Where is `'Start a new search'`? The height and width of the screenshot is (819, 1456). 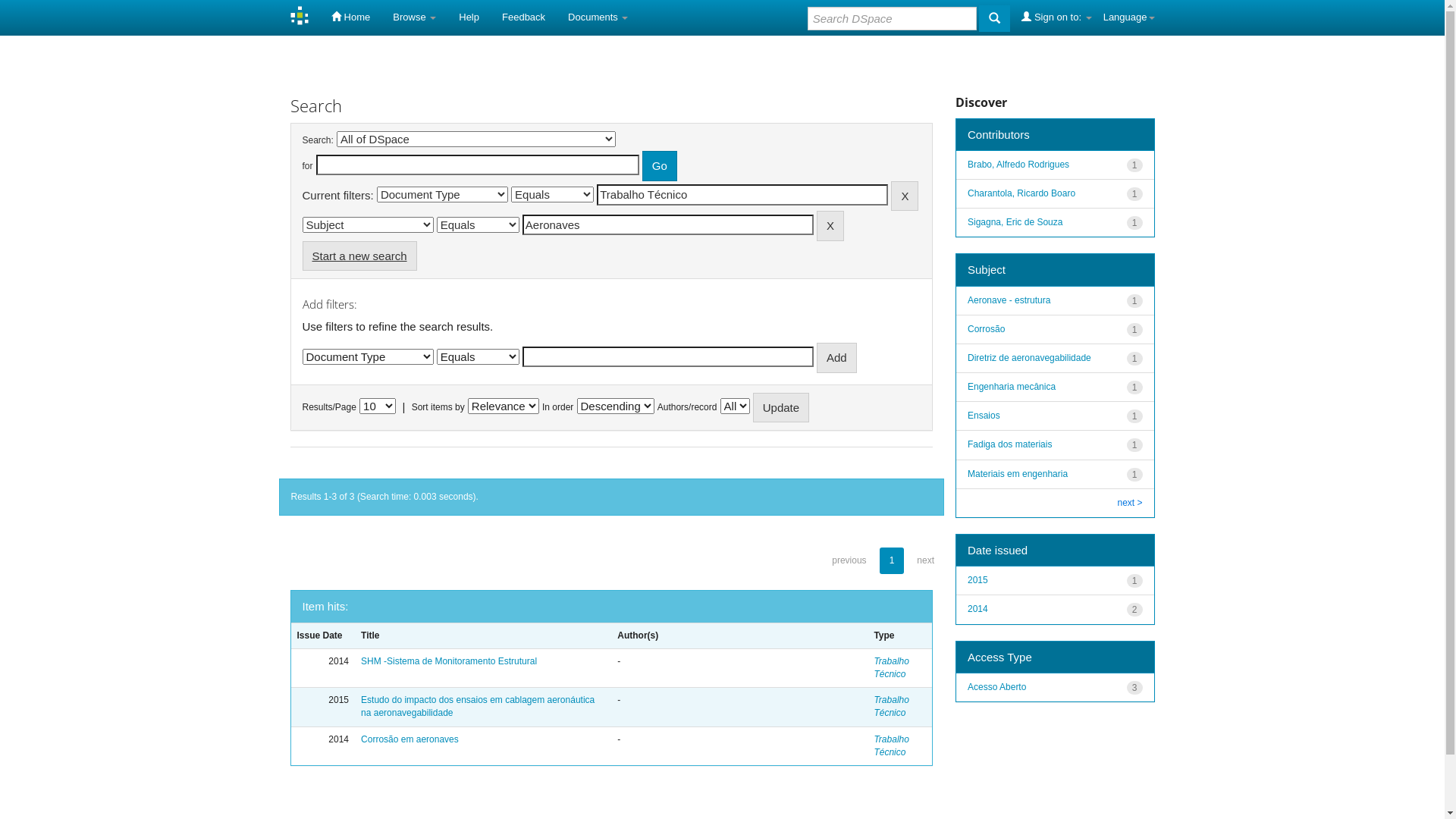
'Start a new search' is located at coordinates (358, 255).